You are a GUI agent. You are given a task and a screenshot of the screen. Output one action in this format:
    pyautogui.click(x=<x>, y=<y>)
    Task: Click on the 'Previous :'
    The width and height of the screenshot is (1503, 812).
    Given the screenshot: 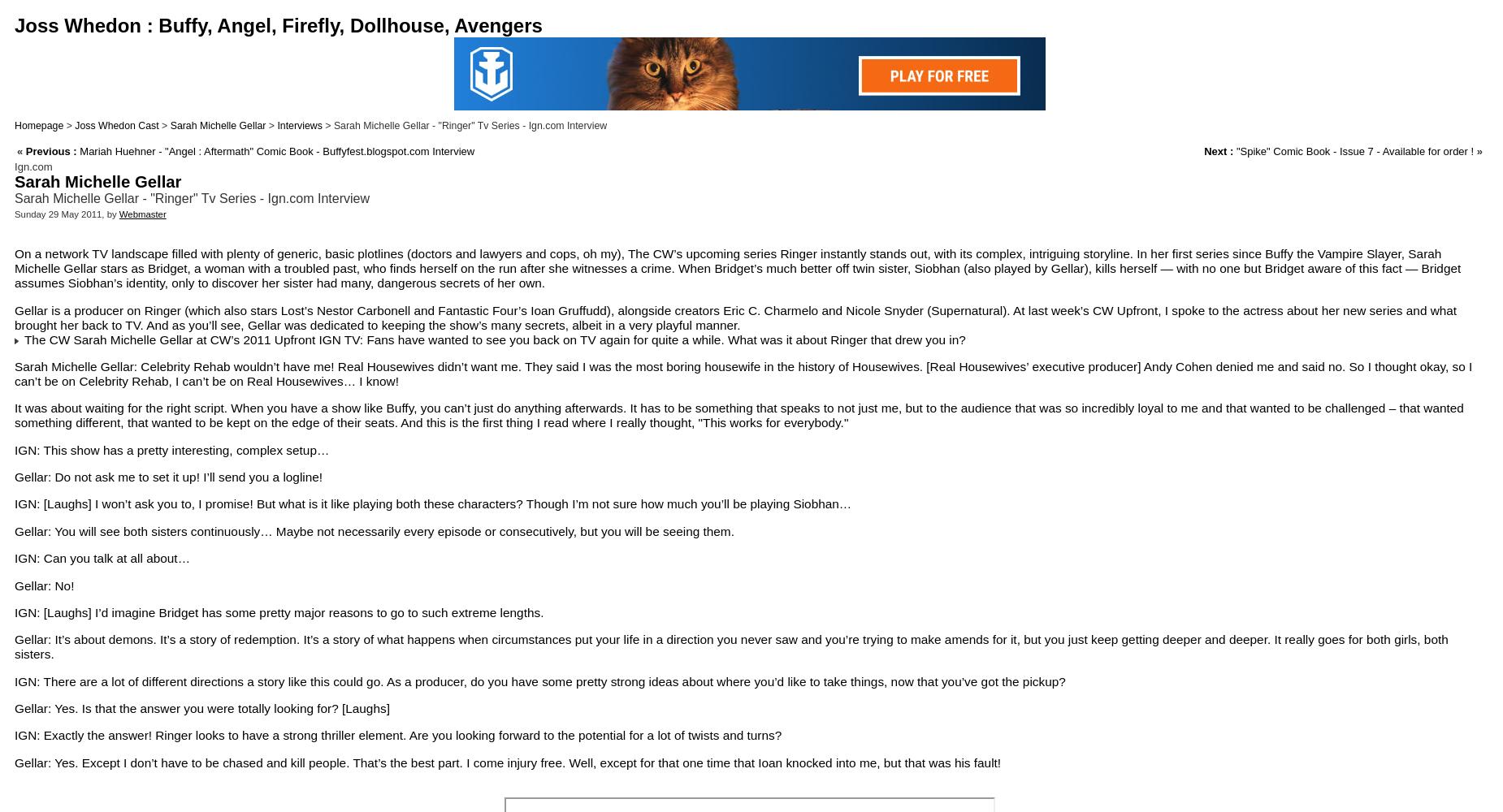 What is the action you would take?
    pyautogui.click(x=50, y=151)
    